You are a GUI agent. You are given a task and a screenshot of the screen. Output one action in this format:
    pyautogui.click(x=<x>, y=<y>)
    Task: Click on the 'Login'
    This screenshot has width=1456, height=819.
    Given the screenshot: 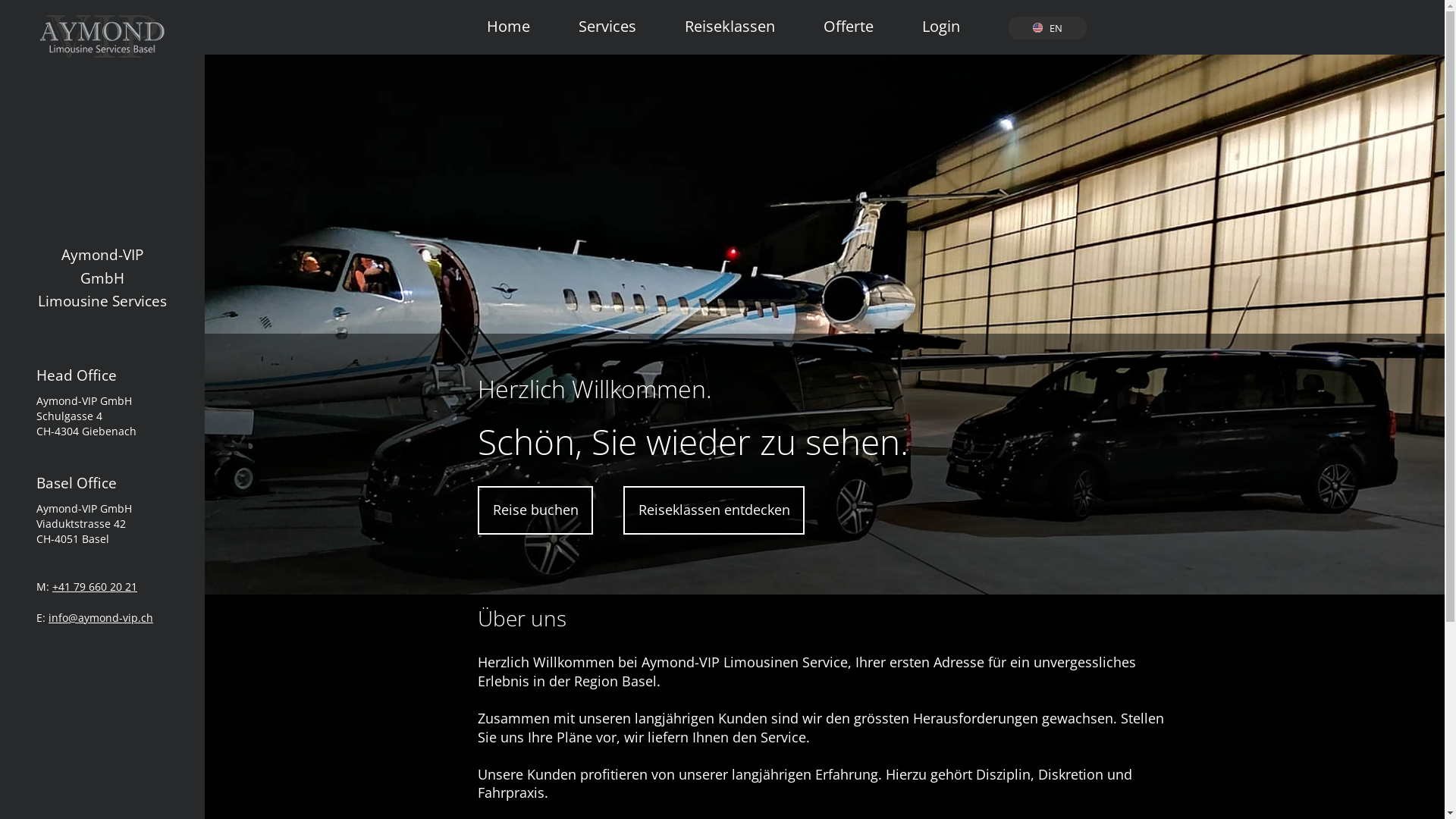 What is the action you would take?
    pyautogui.click(x=940, y=18)
    